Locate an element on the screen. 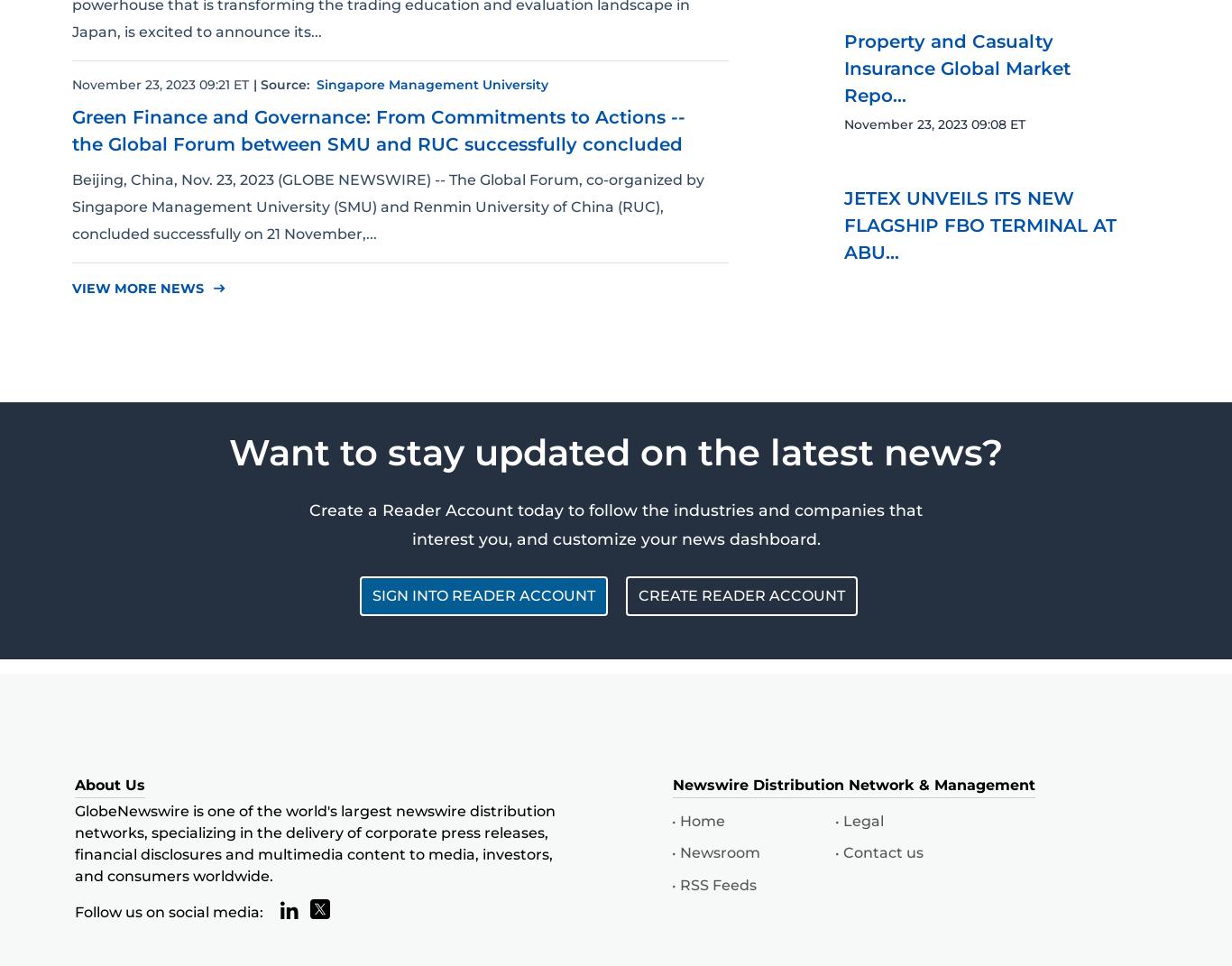 This screenshot has height=966, width=1232. 'November 23, 2023 09:08 ET' is located at coordinates (933, 123).